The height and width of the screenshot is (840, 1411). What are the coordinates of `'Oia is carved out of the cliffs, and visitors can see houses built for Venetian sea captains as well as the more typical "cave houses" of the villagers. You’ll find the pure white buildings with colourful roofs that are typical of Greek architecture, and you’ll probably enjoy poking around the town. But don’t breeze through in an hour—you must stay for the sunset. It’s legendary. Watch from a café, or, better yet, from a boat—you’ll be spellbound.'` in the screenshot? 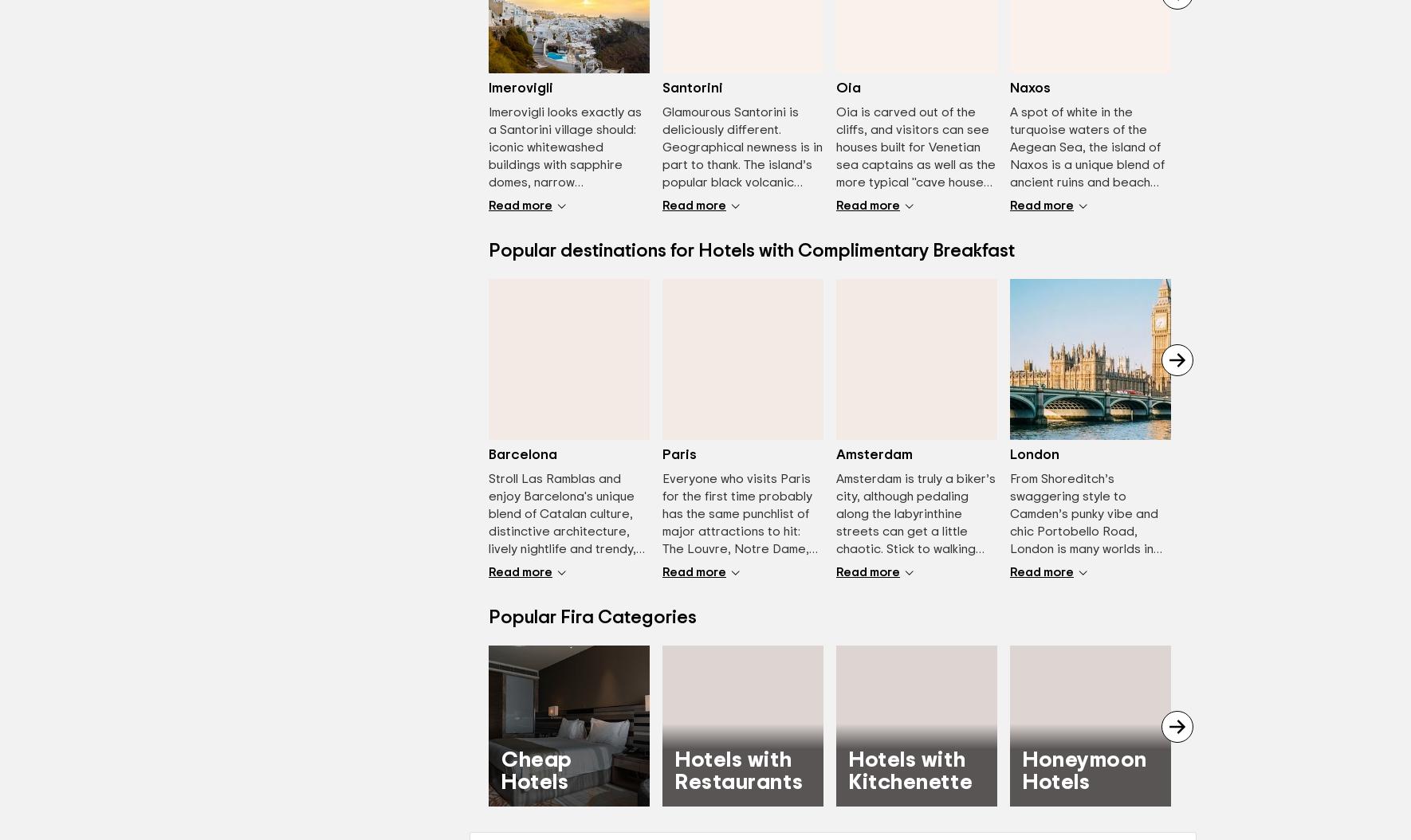 It's located at (836, 261).